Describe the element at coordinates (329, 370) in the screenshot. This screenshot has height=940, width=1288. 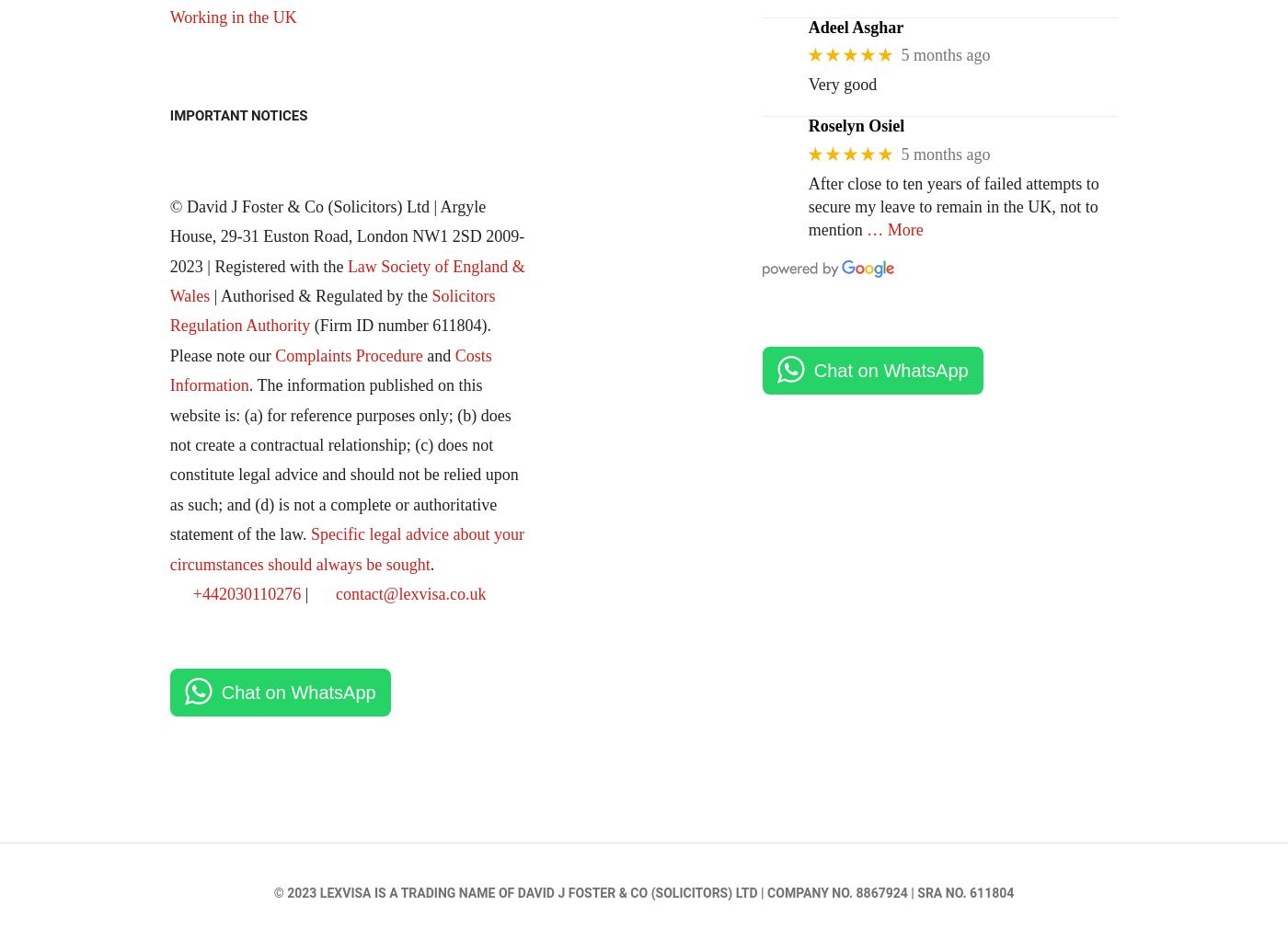
I see `'Costs Information'` at that location.